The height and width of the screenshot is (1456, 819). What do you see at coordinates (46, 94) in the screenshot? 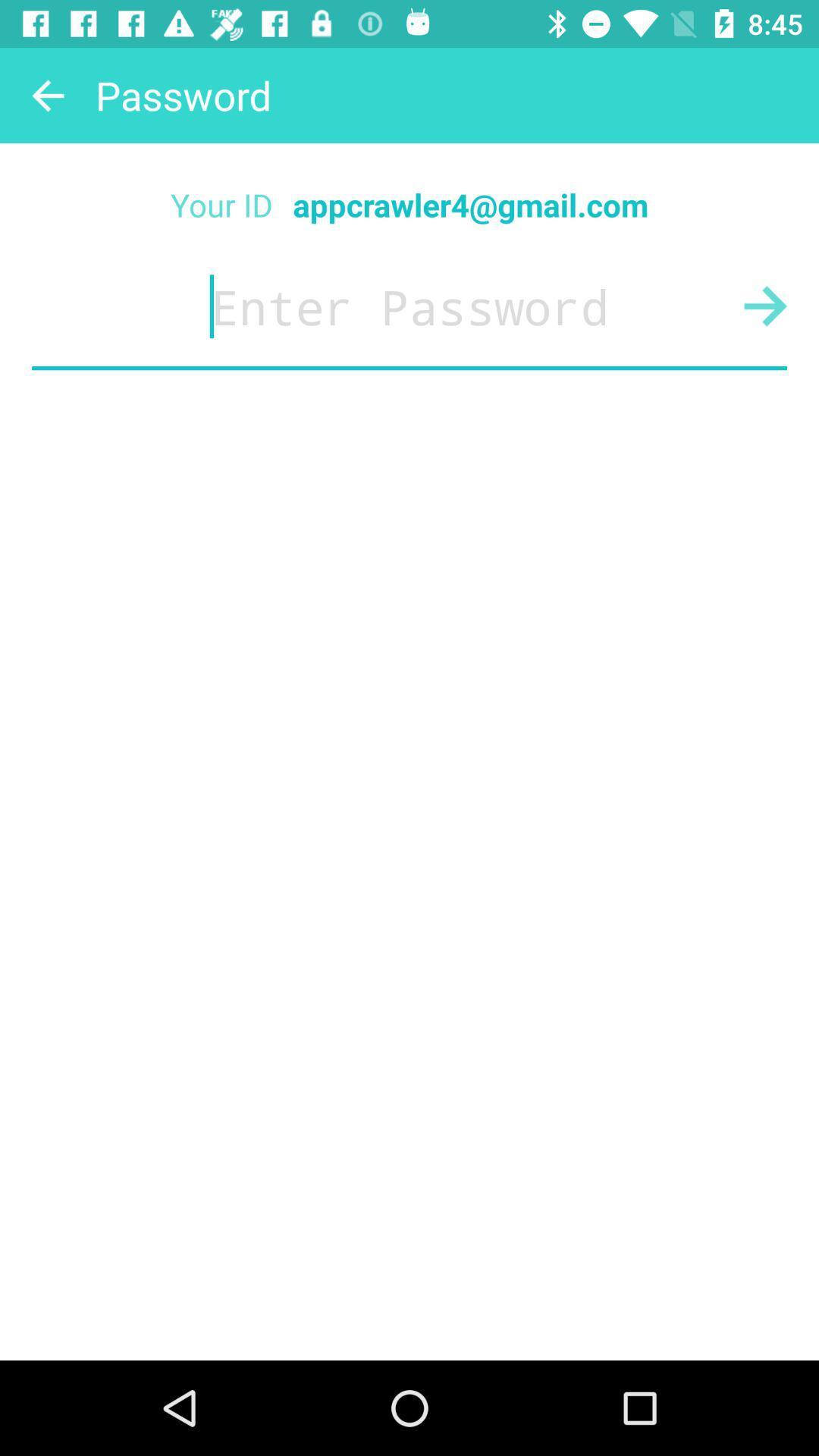
I see `icon to the left of password item` at bounding box center [46, 94].